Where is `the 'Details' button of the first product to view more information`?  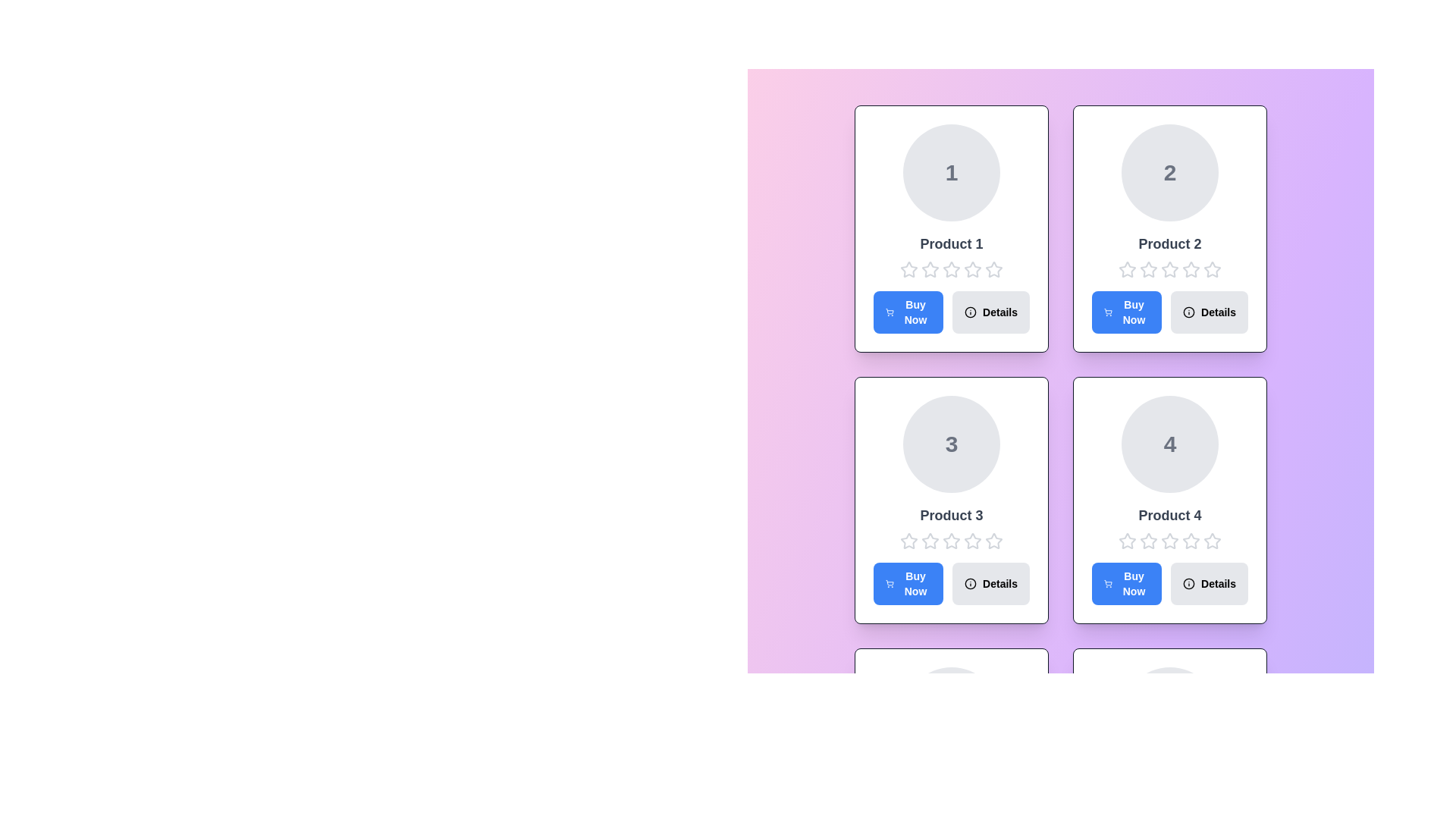
the 'Details' button of the first product to view more information is located at coordinates (990, 312).